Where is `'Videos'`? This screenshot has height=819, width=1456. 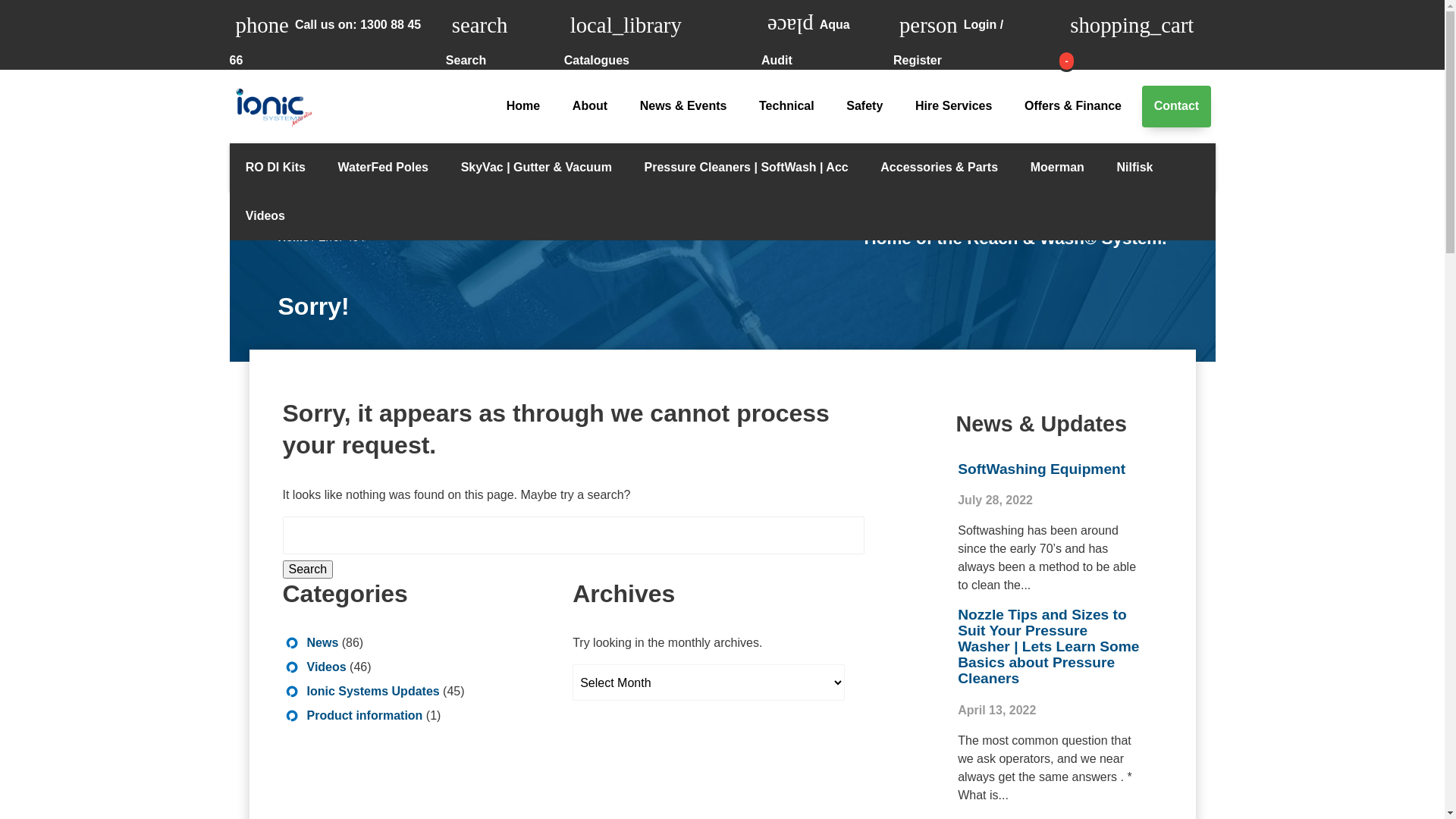 'Videos' is located at coordinates (325, 666).